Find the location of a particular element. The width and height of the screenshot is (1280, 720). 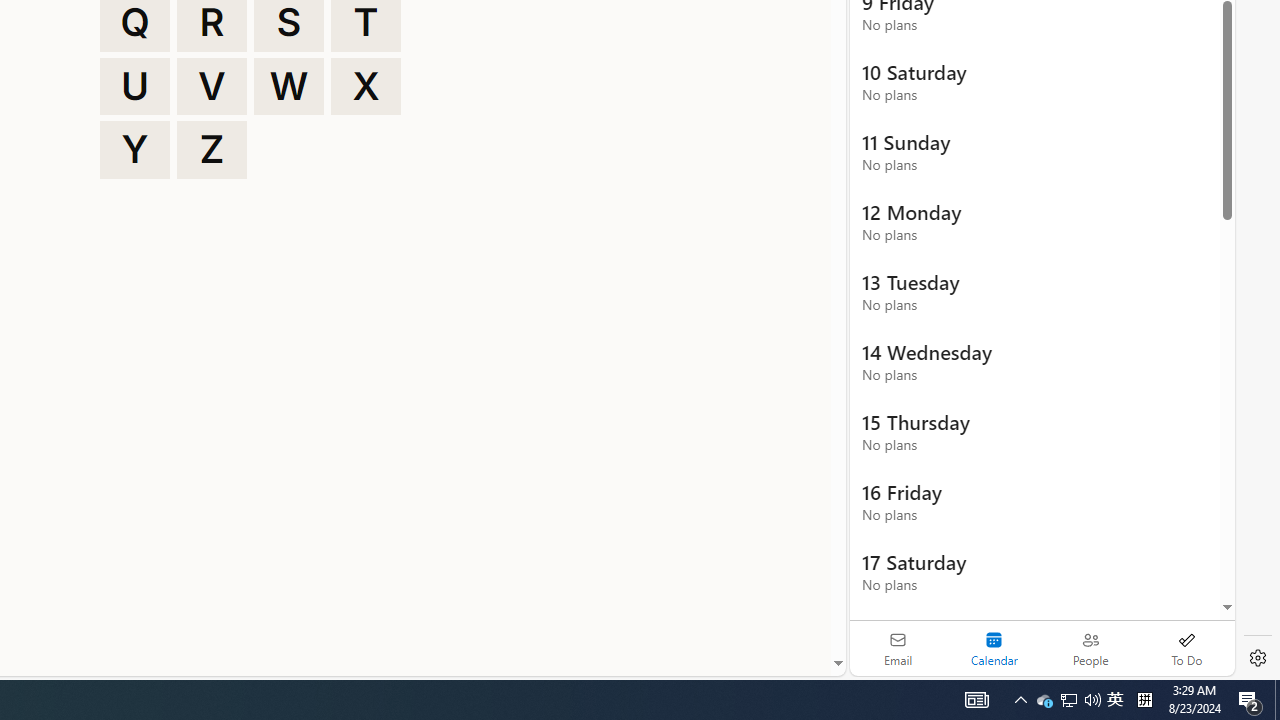

'Y' is located at coordinates (134, 149).